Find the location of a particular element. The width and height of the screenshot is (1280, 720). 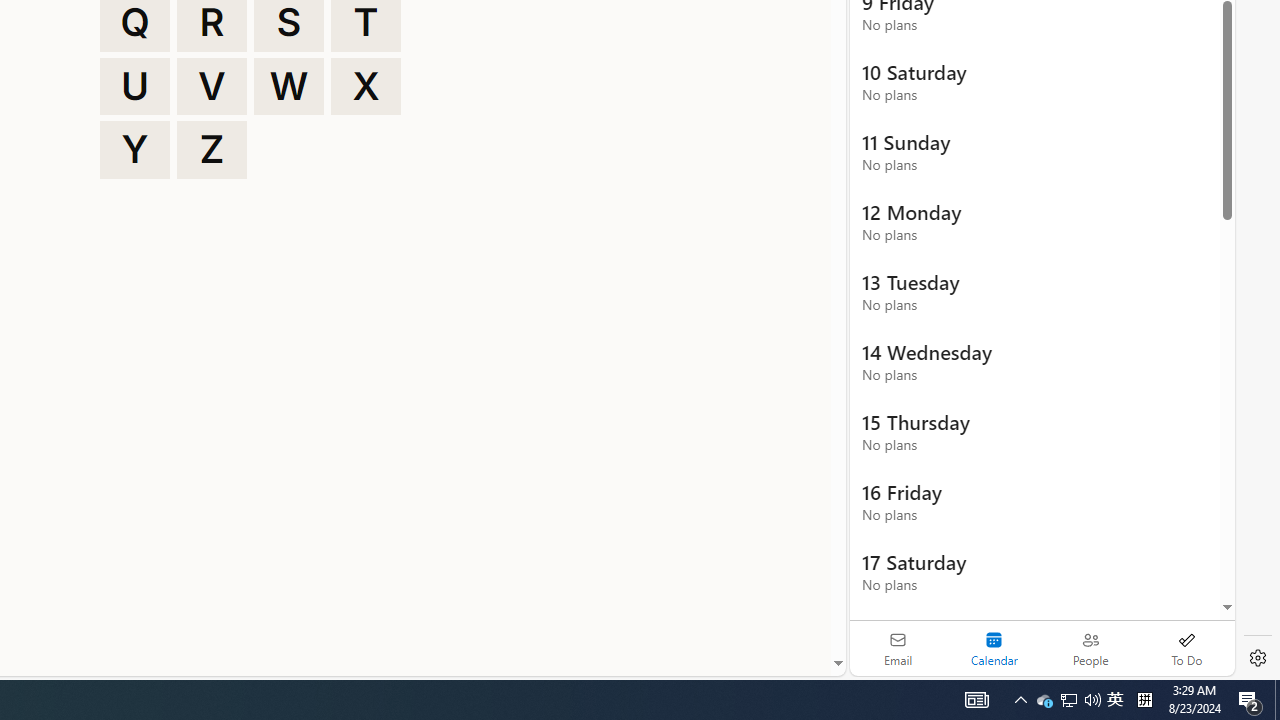

'Y' is located at coordinates (134, 149).